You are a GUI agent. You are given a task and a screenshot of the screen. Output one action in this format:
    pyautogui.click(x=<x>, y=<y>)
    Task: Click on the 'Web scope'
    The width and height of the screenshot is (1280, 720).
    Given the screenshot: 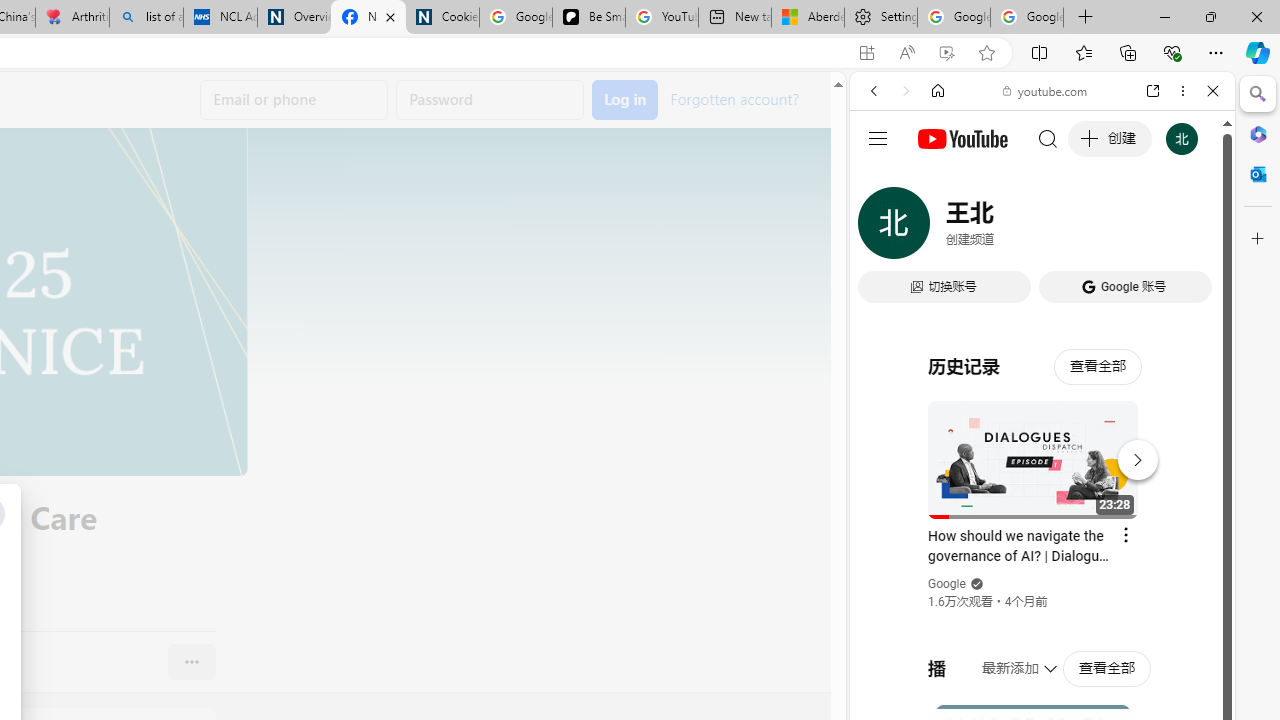 What is the action you would take?
    pyautogui.click(x=881, y=180)
    